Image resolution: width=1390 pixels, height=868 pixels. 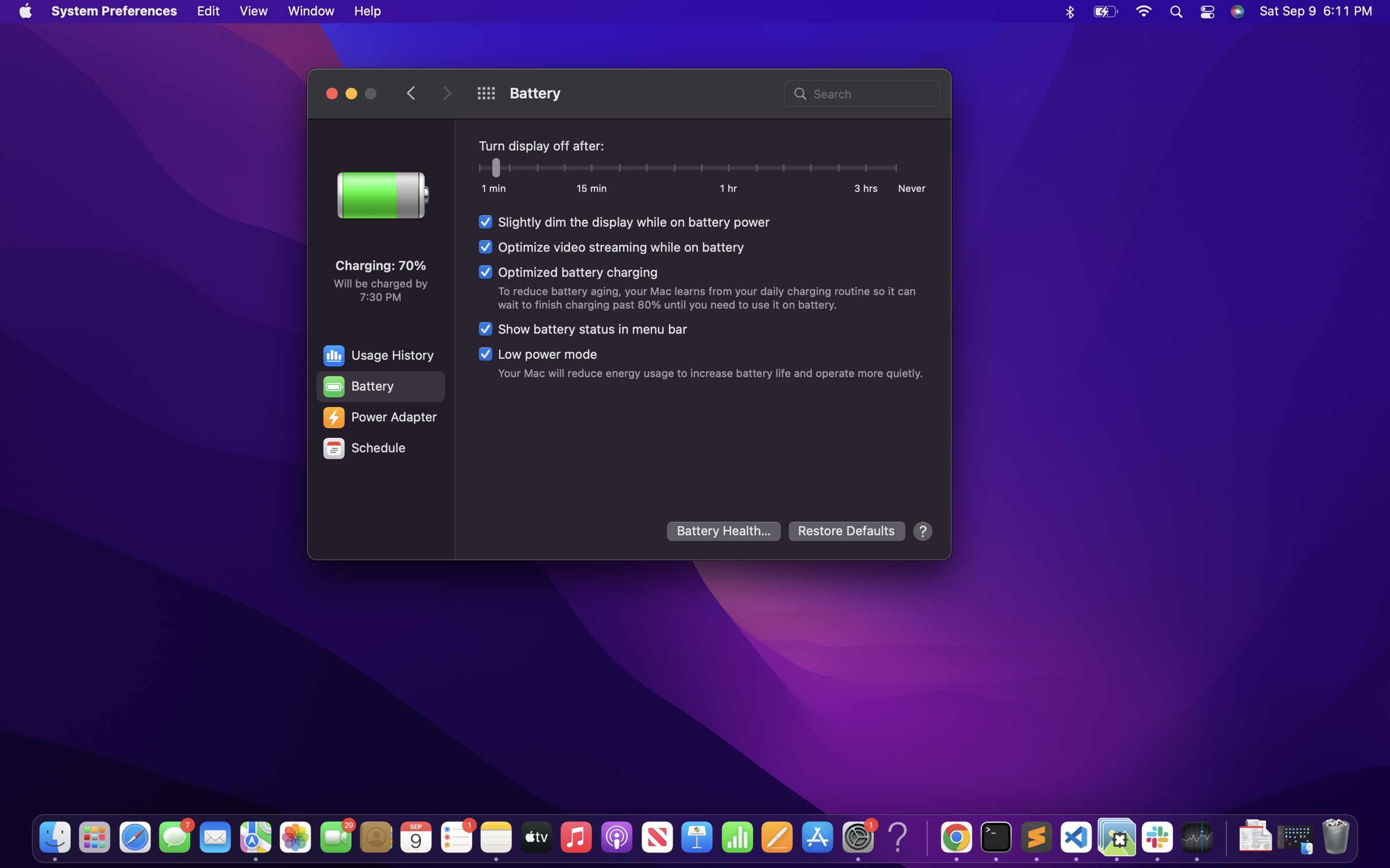 What do you see at coordinates (566, 272) in the screenshot?
I see `the "optimized battery charging" setting` at bounding box center [566, 272].